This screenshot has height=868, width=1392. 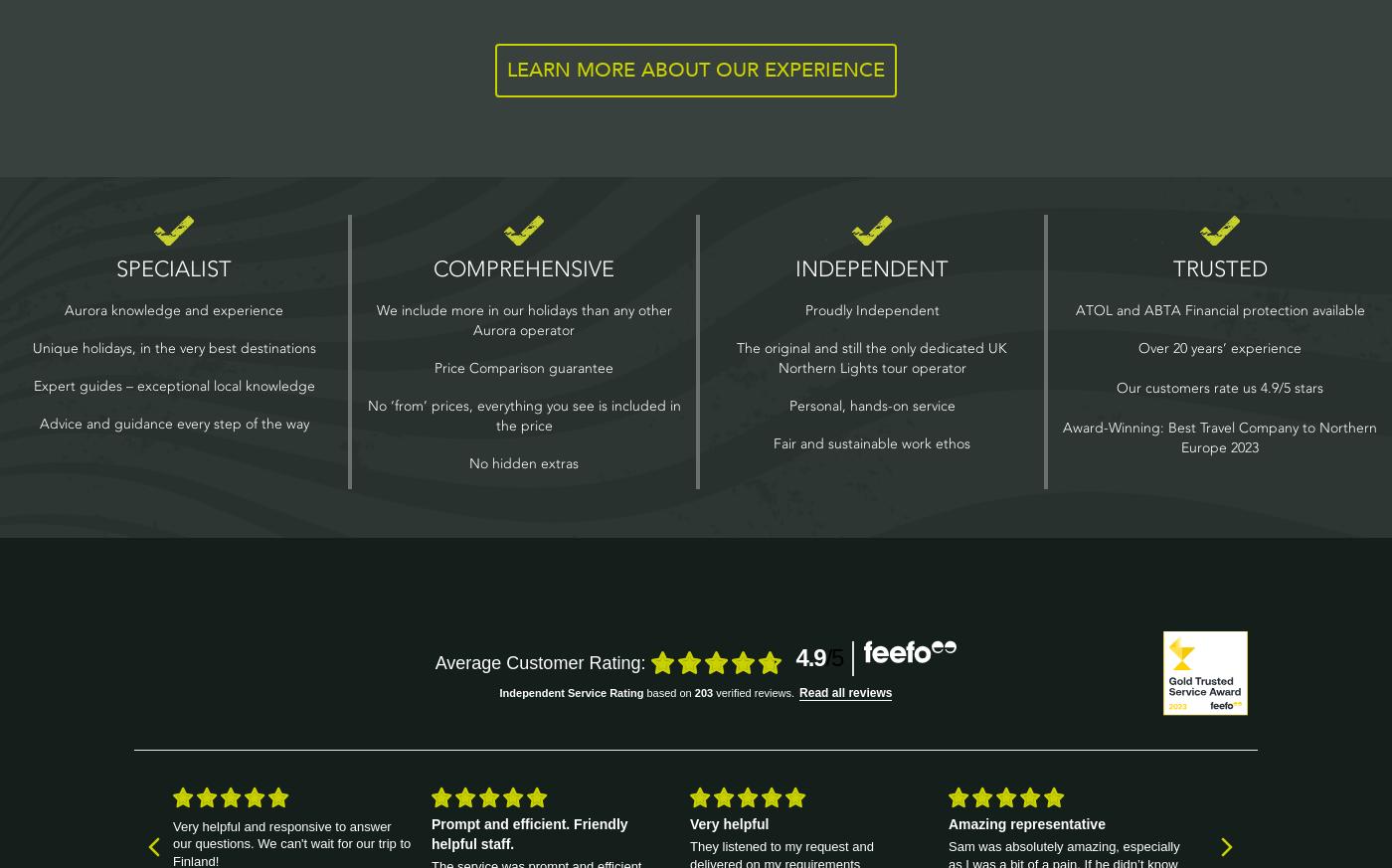 What do you see at coordinates (507, 68) in the screenshot?
I see `'Learn more about our experience'` at bounding box center [507, 68].